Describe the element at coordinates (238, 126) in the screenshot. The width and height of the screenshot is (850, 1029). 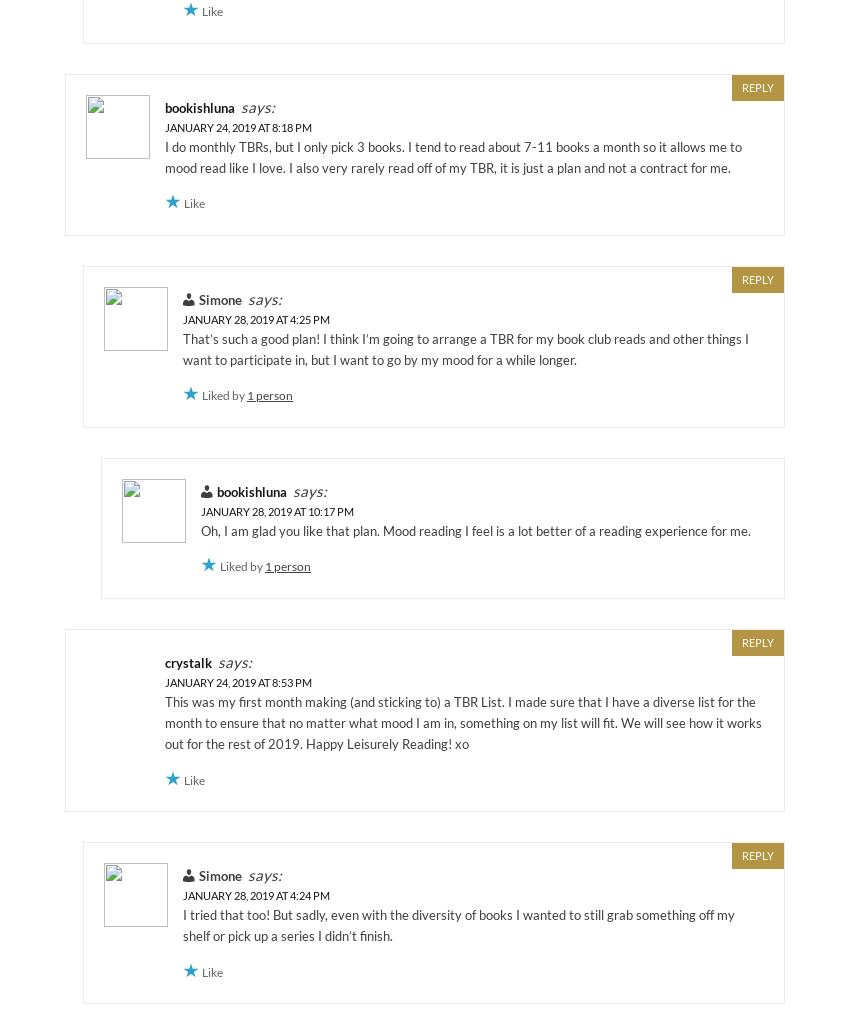
I see `'January 24, 2019 at 8:18 pm'` at that location.